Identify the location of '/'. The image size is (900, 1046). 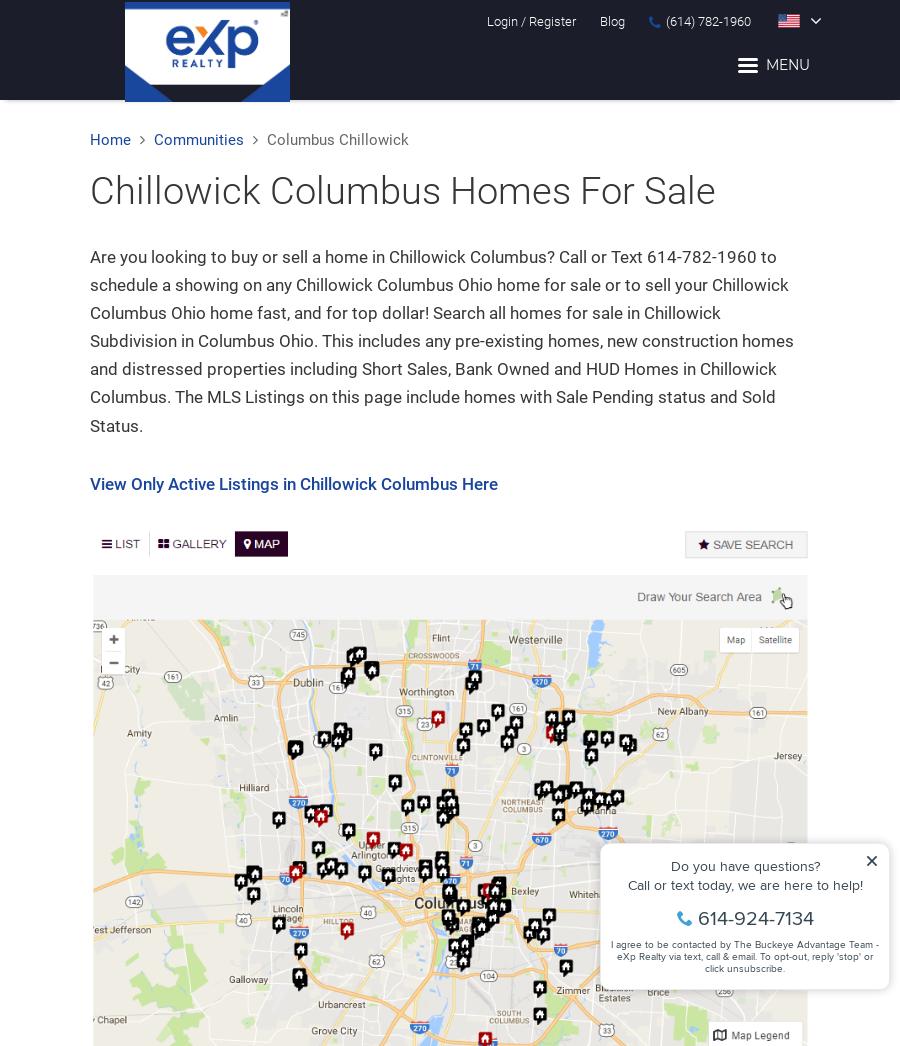
(522, 20).